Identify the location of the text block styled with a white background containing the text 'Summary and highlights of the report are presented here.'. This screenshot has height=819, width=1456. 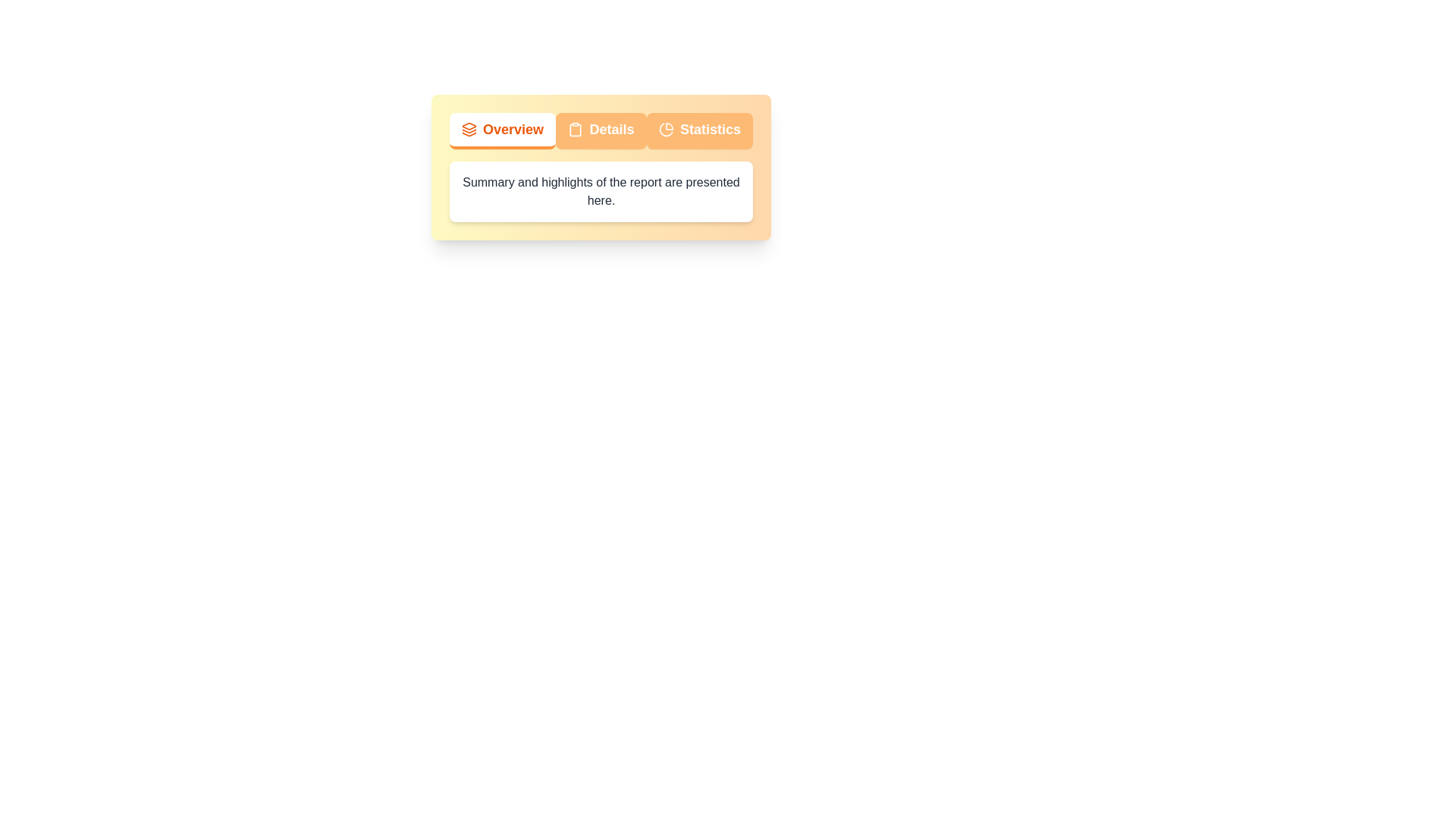
(600, 191).